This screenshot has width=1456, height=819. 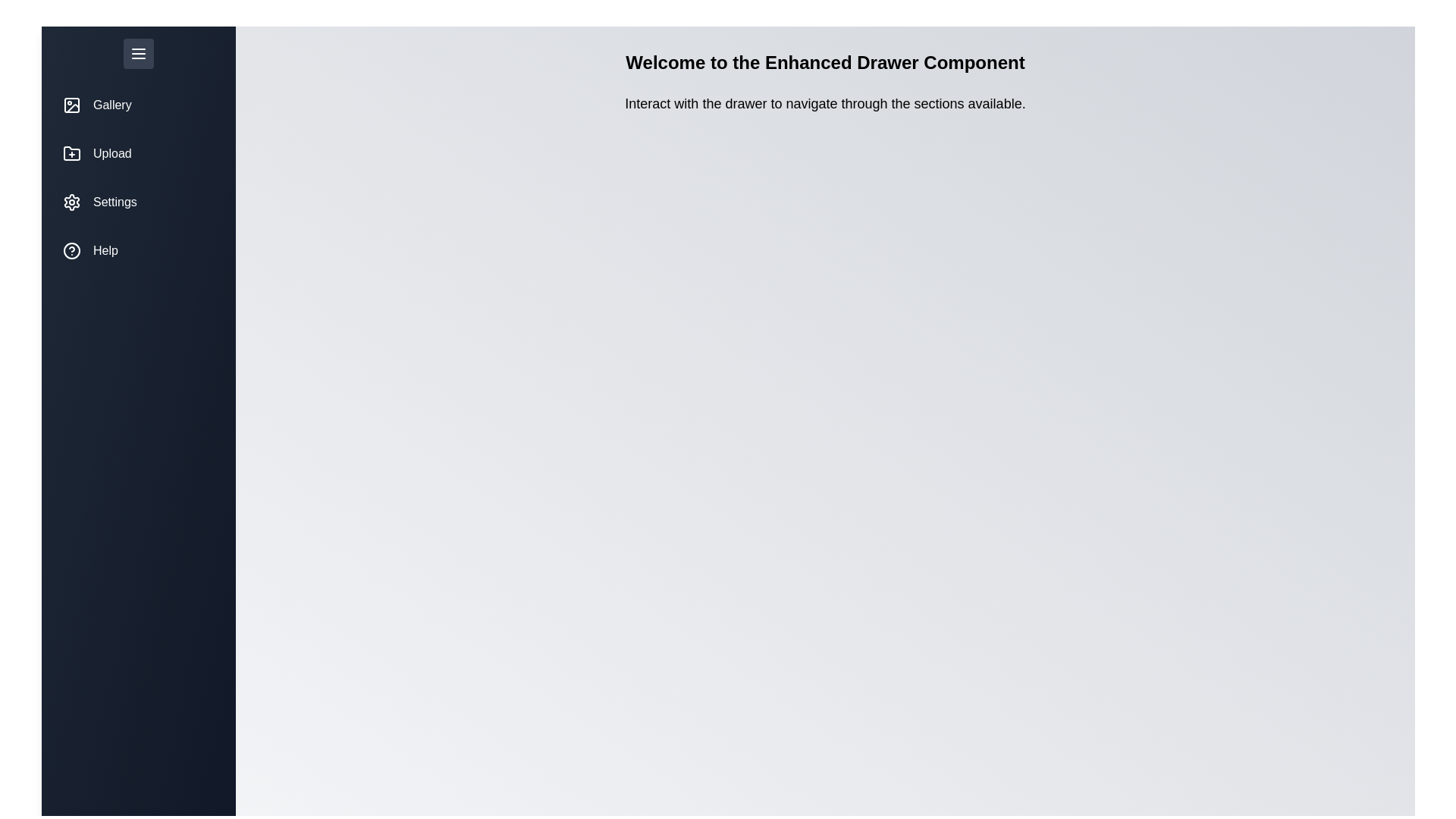 I want to click on the icon corresponding to the Upload section, so click(x=71, y=154).